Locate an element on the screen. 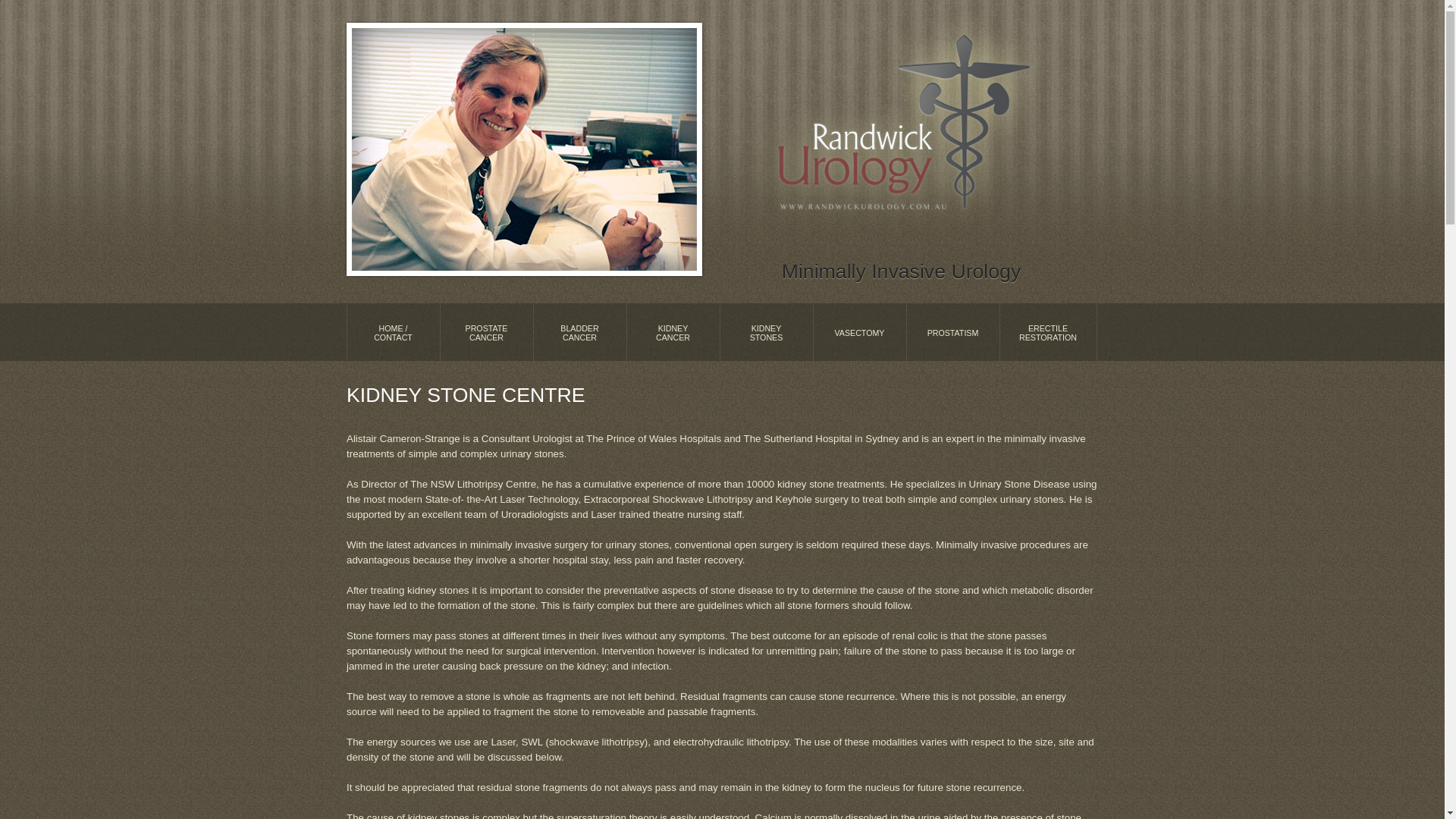 The height and width of the screenshot is (819, 1456). 'HOME / is located at coordinates (393, 331).